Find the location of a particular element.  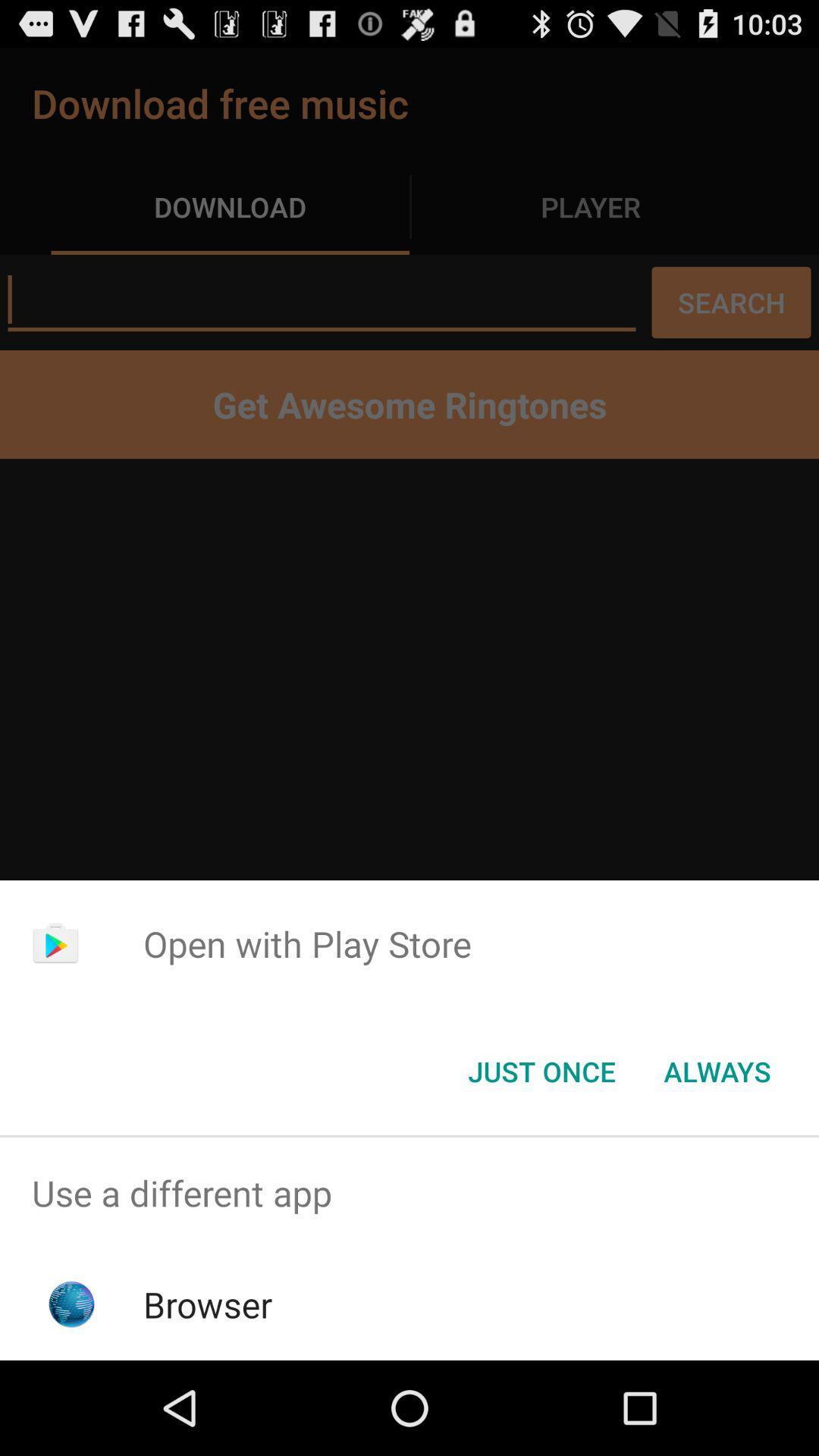

the item at the bottom right corner is located at coordinates (717, 1070).